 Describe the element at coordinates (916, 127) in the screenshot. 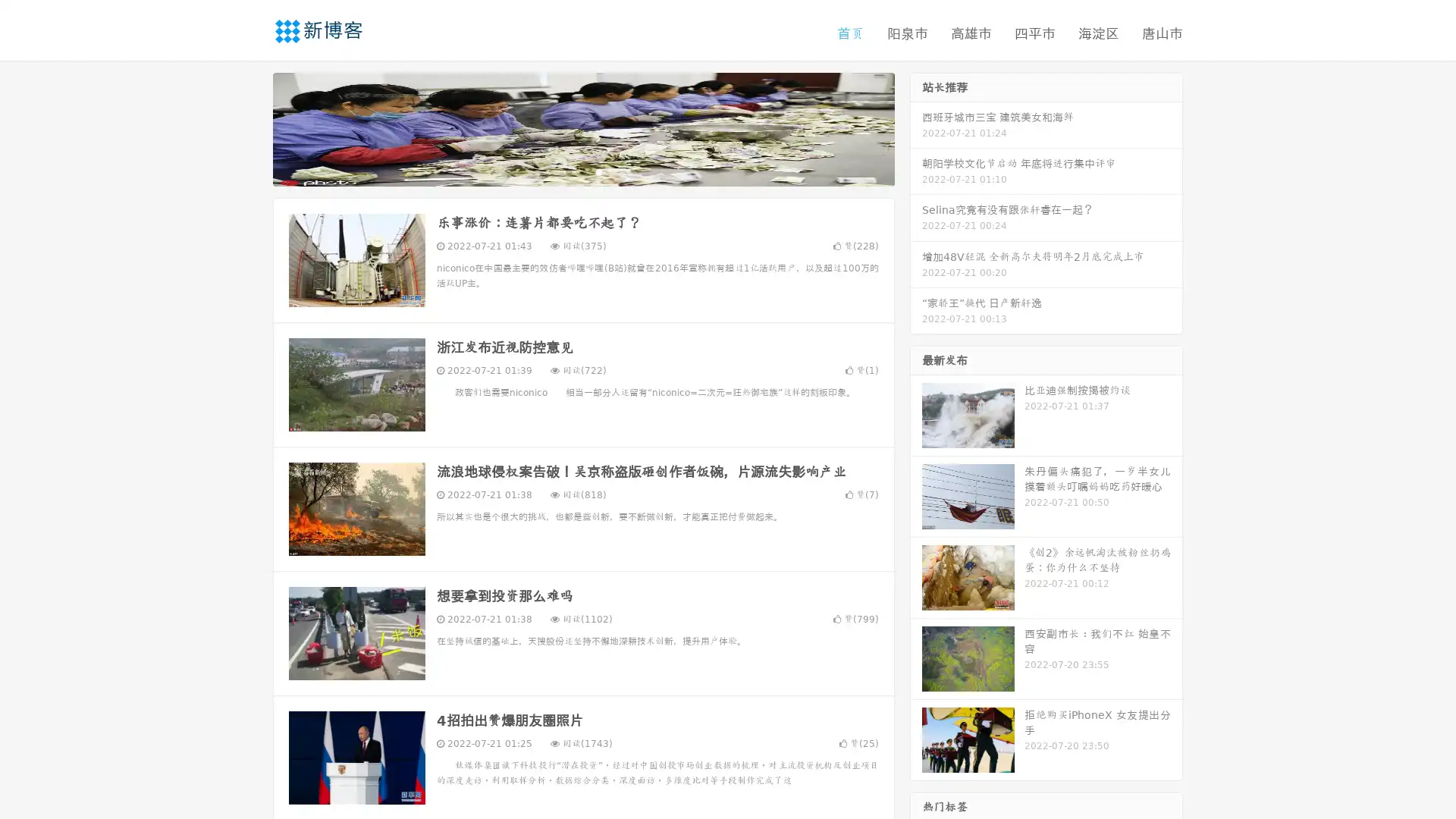

I see `Next slide` at that location.